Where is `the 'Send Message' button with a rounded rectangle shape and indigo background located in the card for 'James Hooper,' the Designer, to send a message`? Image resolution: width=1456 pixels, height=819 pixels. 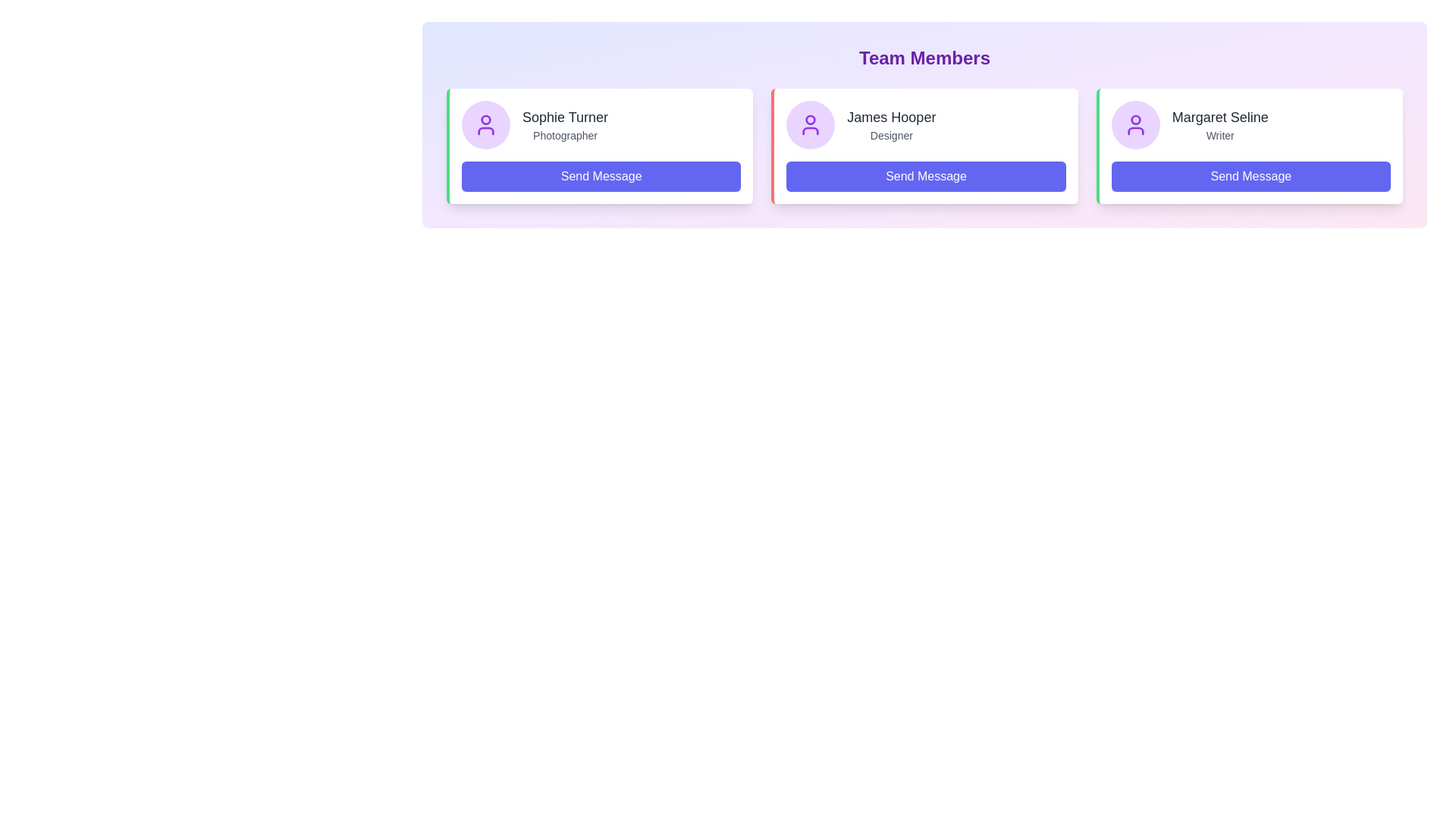
the 'Send Message' button with a rounded rectangle shape and indigo background located in the card for 'James Hooper,' the Designer, to send a message is located at coordinates (925, 175).